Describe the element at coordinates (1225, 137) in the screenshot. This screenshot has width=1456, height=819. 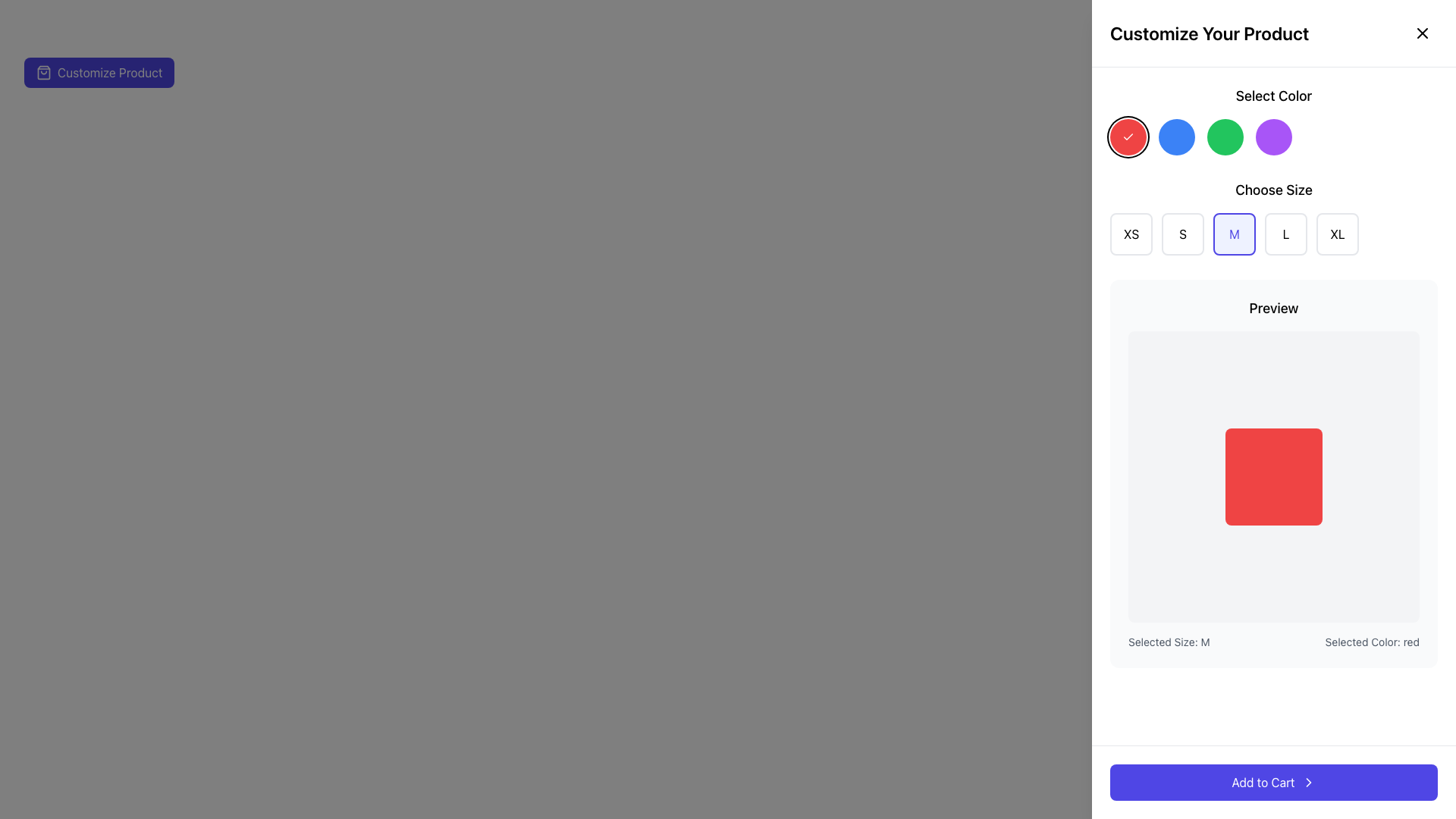
I see `the fourth circular color selection button for green in the 'Select Color' section` at that location.